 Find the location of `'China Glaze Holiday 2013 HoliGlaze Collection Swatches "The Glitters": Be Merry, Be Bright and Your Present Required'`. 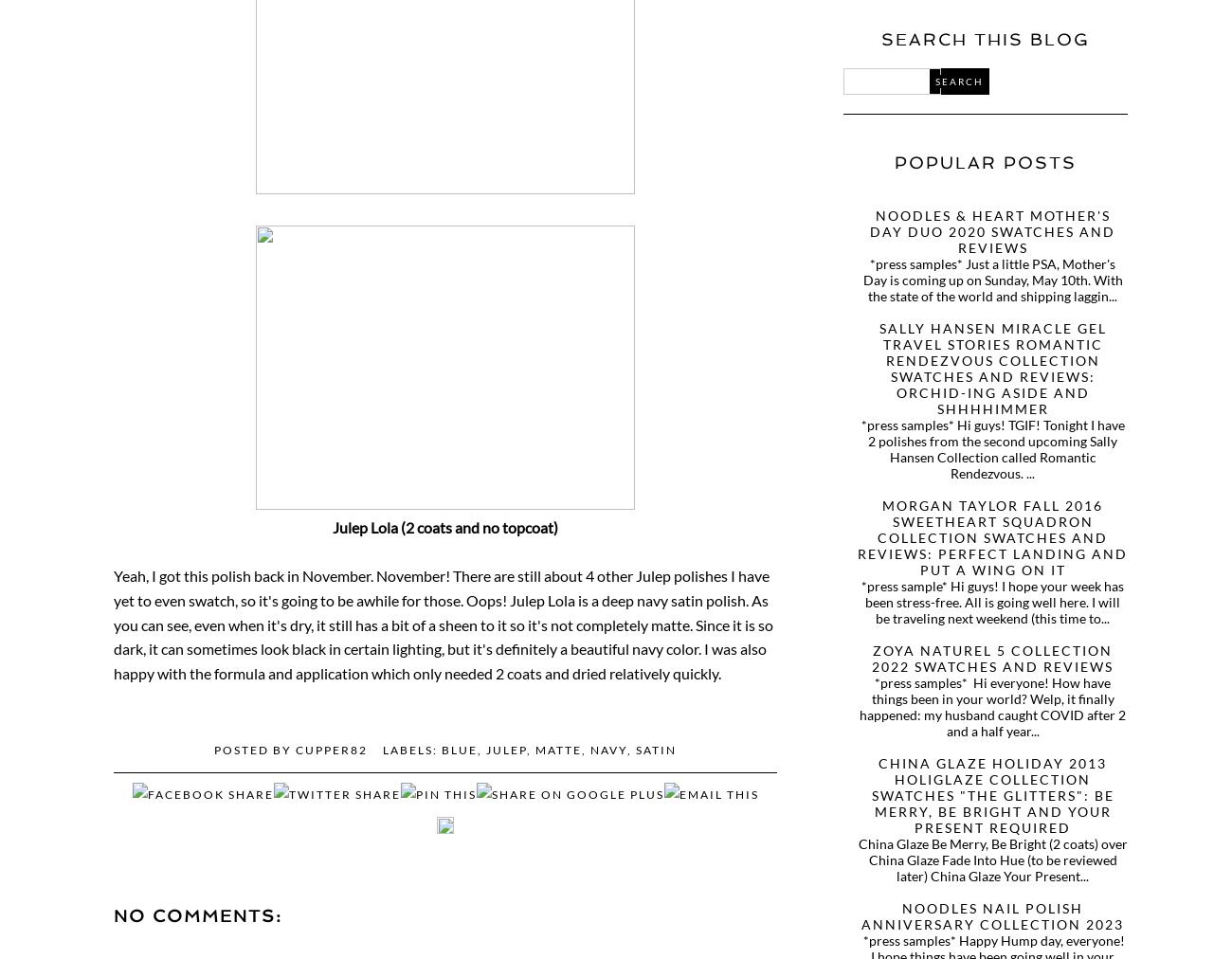

'China Glaze Holiday 2013 HoliGlaze Collection Swatches "The Glitters": Be Merry, Be Bright and Your Present Required' is located at coordinates (992, 794).